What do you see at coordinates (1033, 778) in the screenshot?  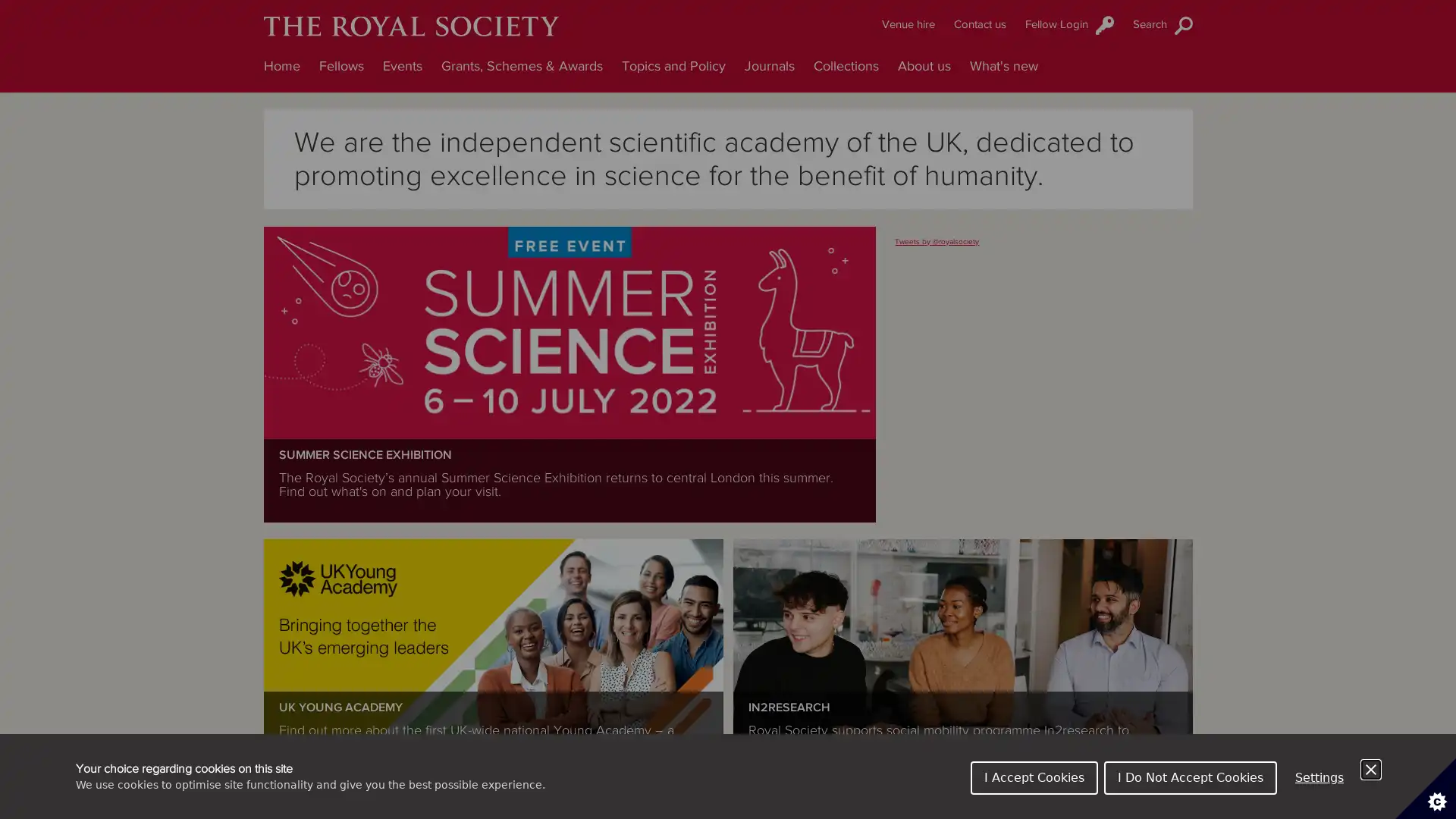 I see `I Accept Cookies` at bounding box center [1033, 778].